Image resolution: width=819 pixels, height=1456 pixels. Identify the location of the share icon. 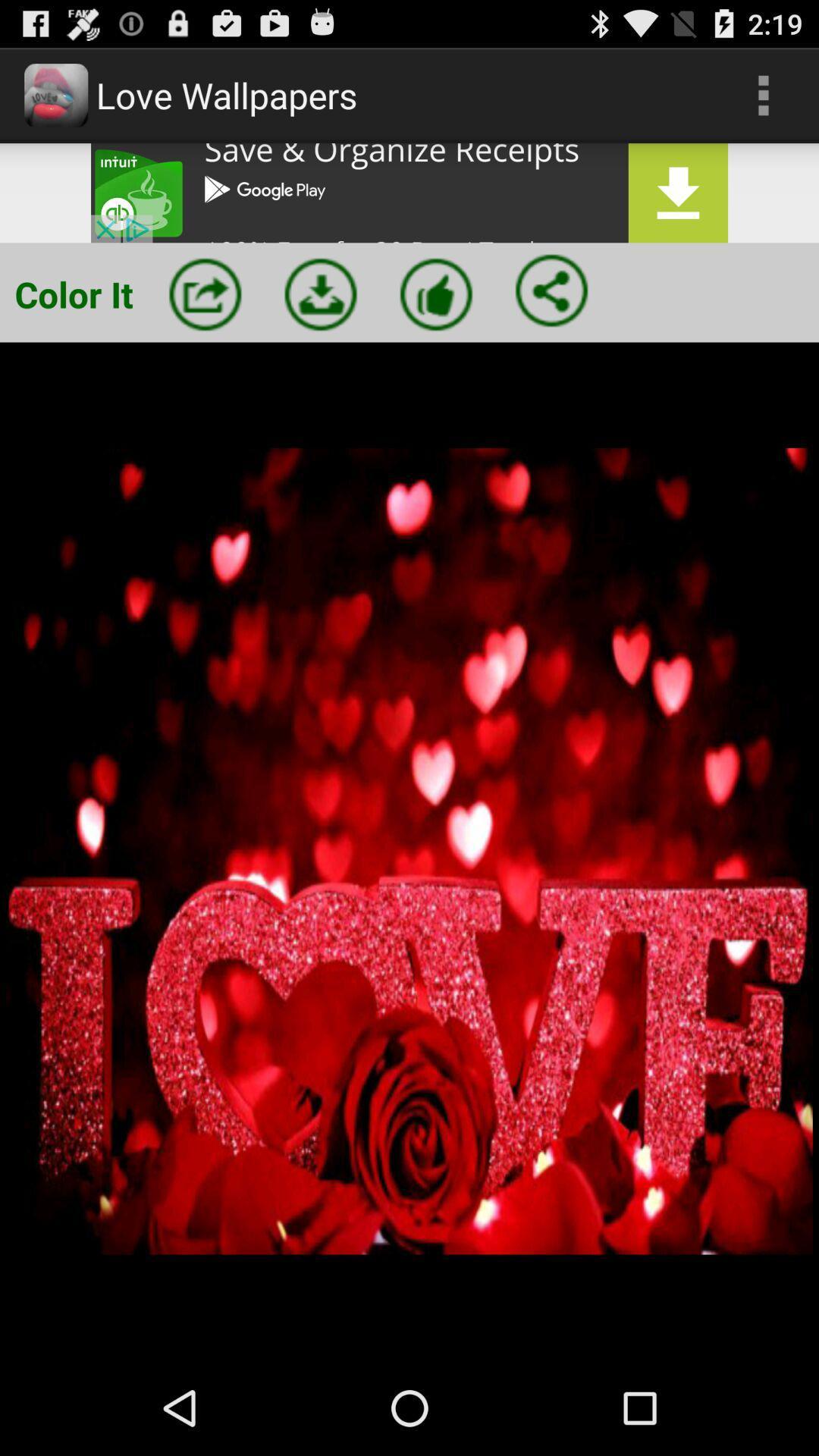
(551, 310).